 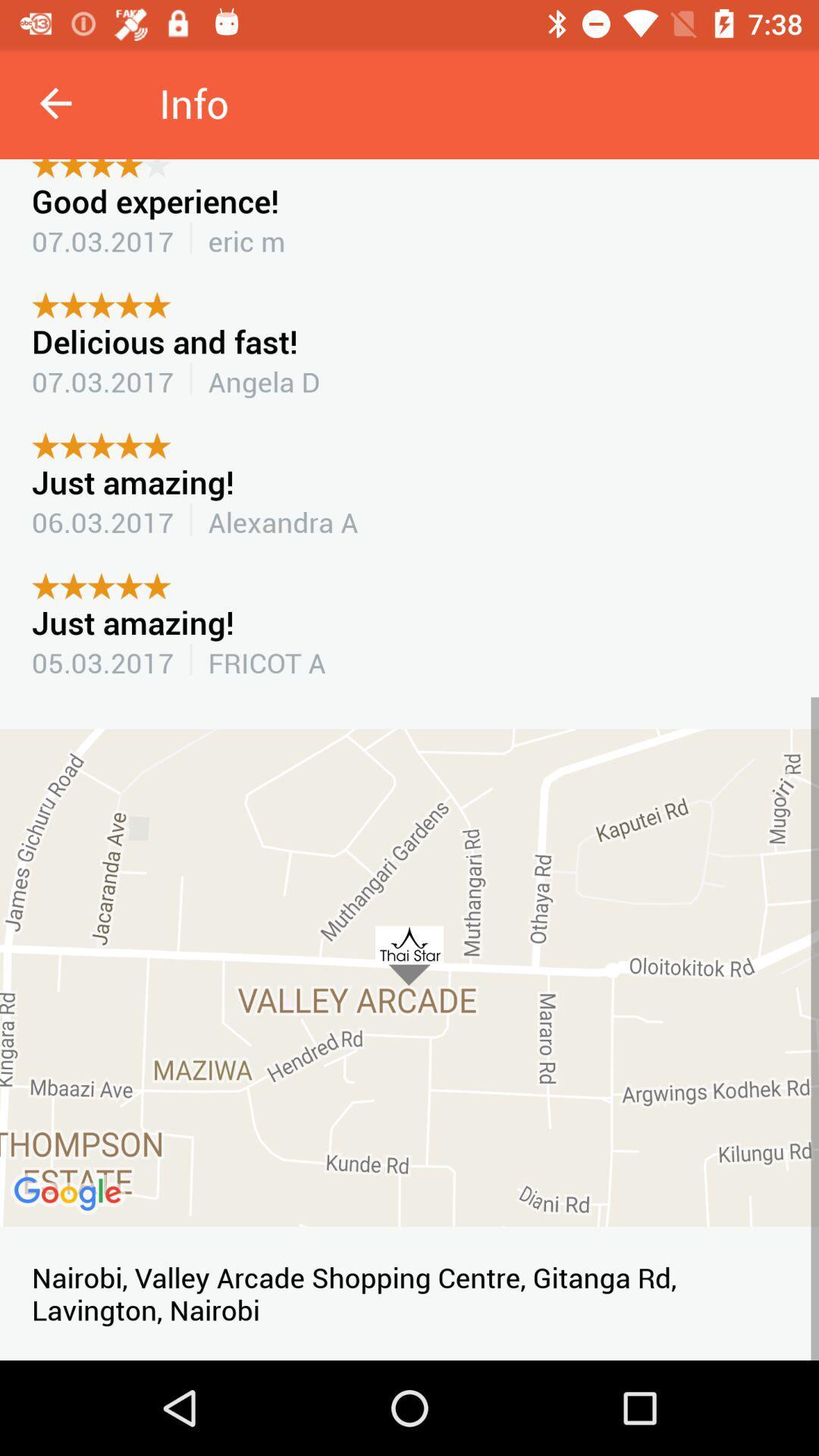 I want to click on item below 05.03.2017, so click(x=409, y=977).